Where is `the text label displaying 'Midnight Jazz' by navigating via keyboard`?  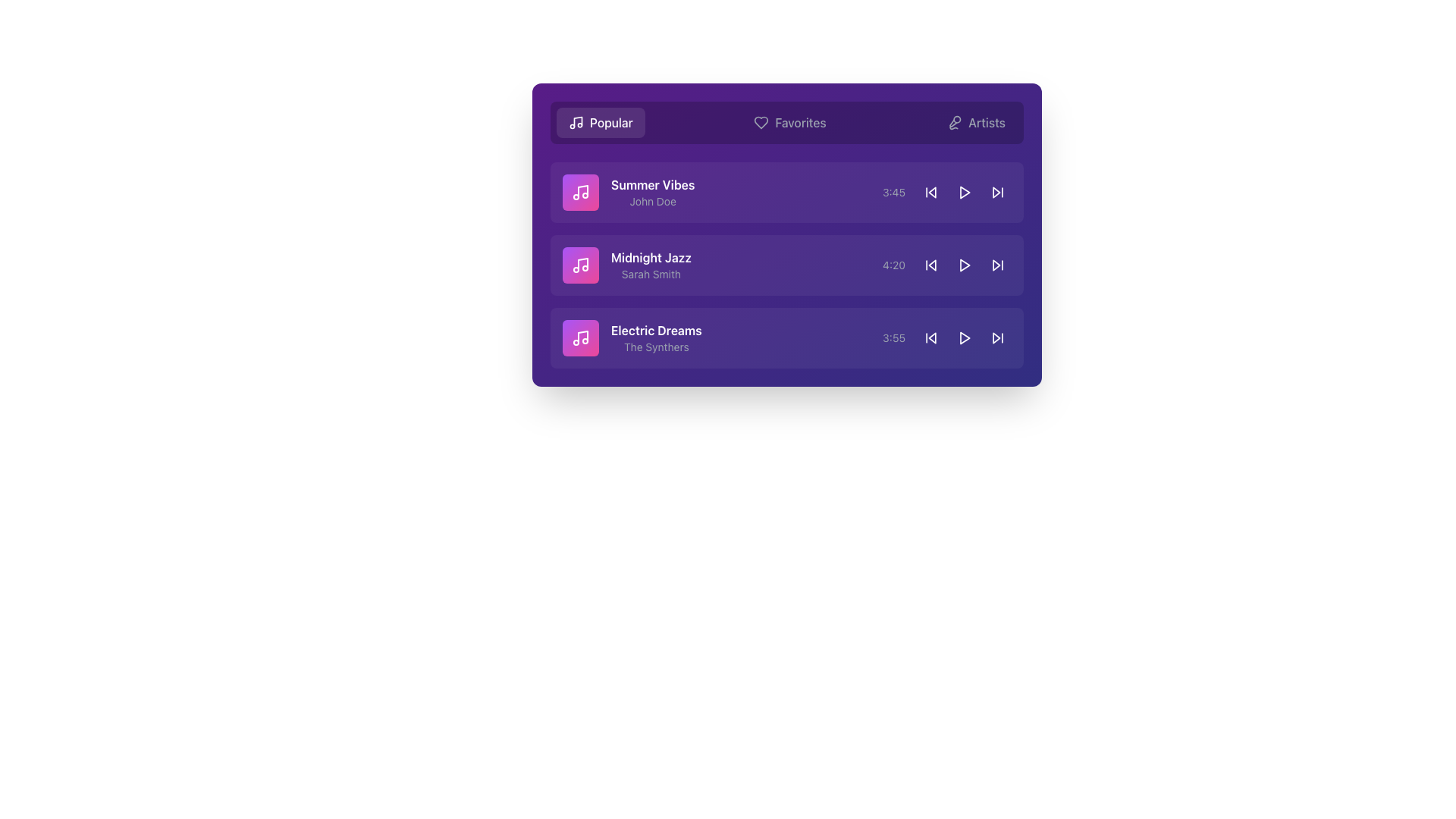
the text label displaying 'Midnight Jazz' by navigating via keyboard is located at coordinates (651, 256).